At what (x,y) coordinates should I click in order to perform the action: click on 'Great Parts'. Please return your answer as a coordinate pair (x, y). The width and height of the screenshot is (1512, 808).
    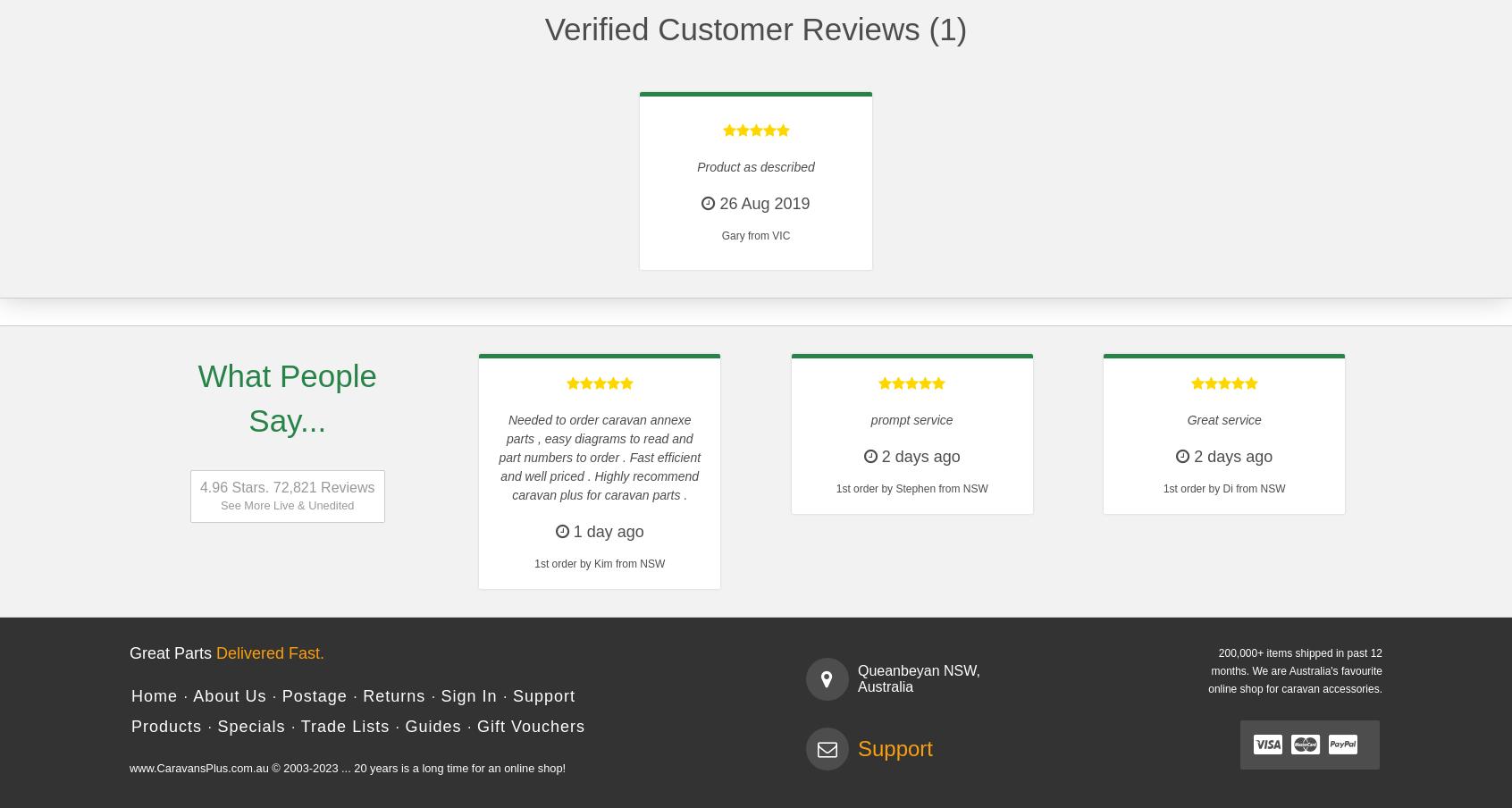
    Looking at the image, I should click on (172, 652).